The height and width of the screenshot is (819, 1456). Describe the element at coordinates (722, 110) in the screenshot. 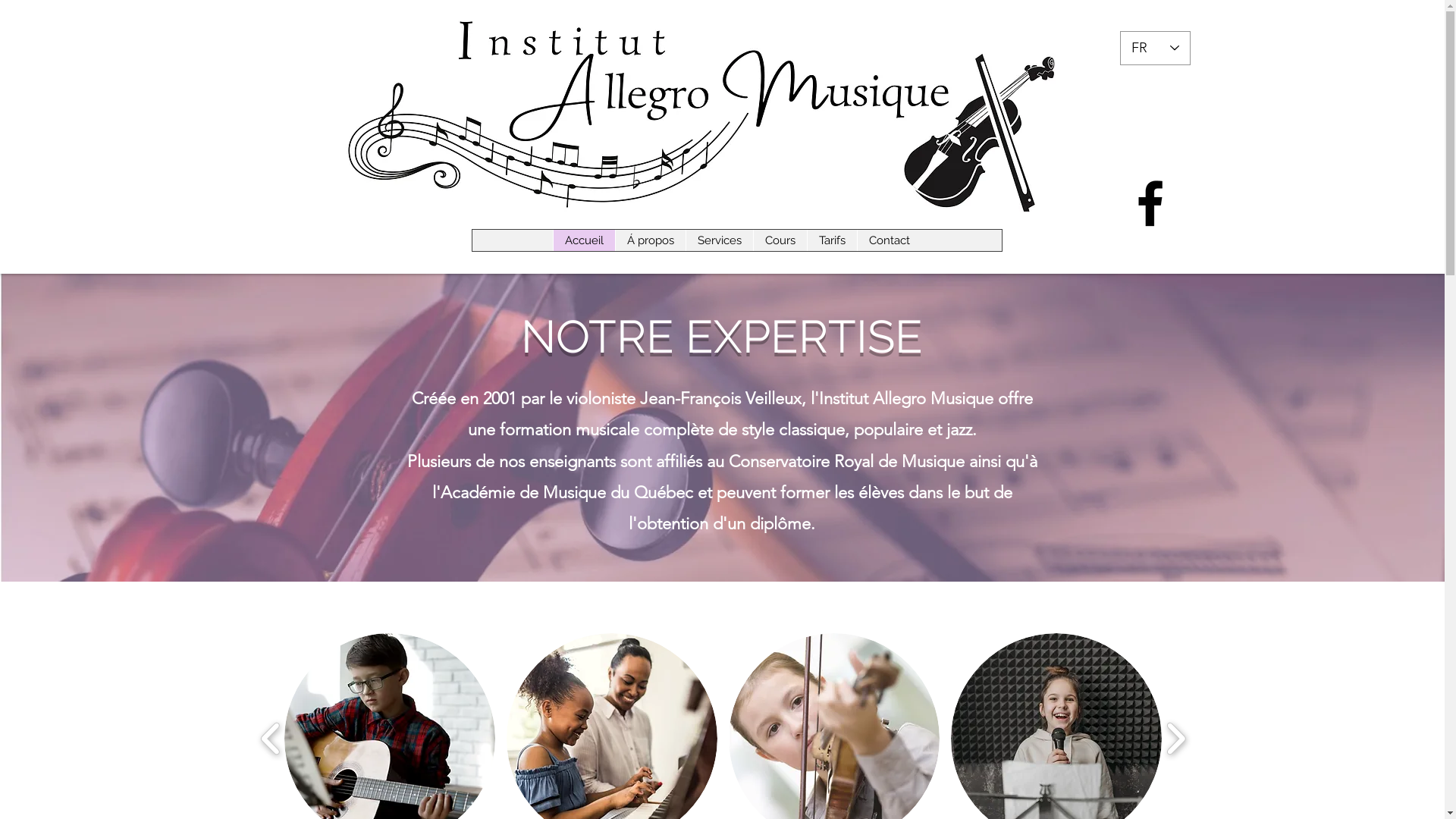

I see `'final 1.jpg'` at that location.